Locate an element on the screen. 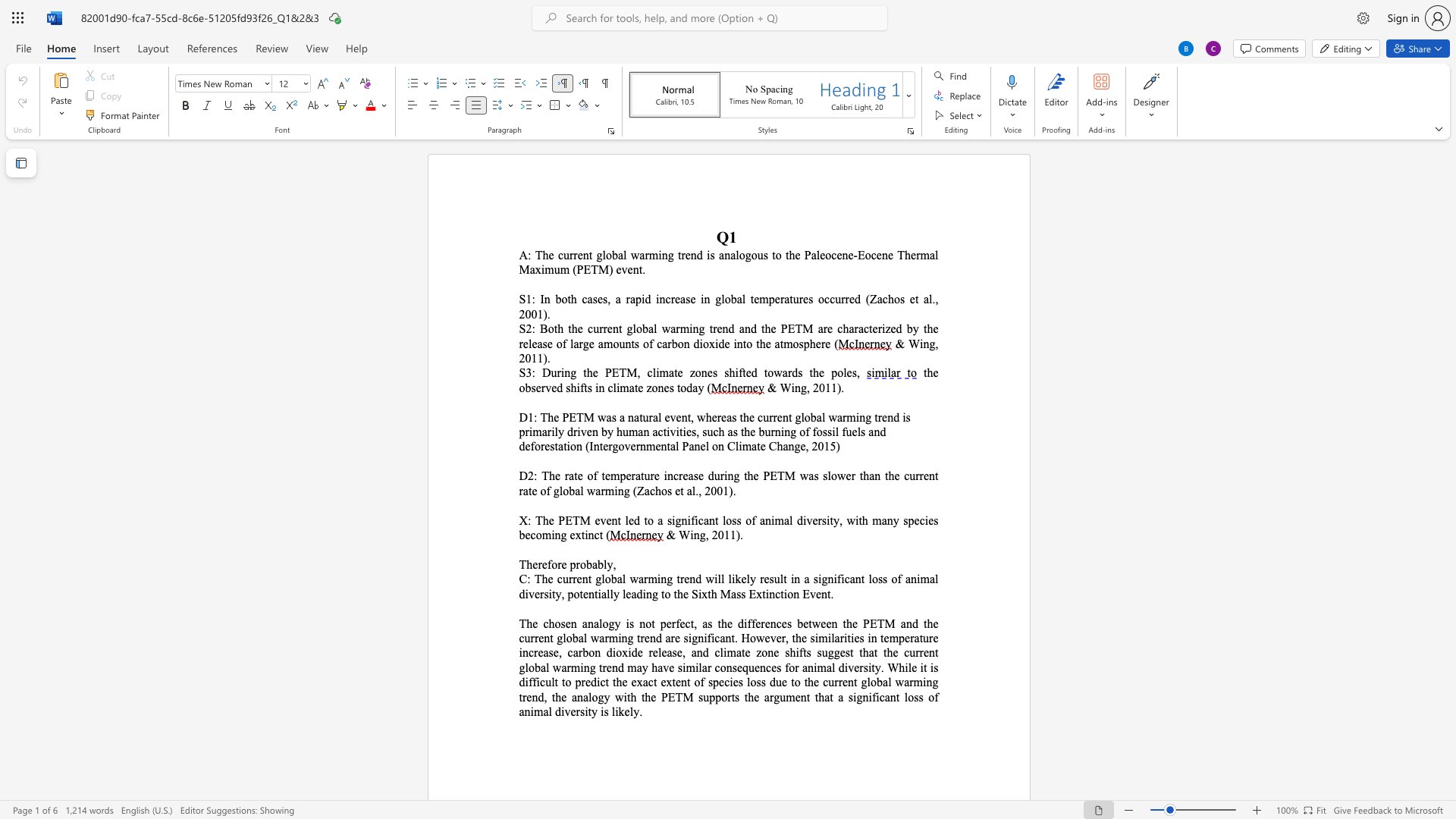 The image size is (1456, 819). the space between the continuous character "n" and "g" in the text is located at coordinates (627, 638).